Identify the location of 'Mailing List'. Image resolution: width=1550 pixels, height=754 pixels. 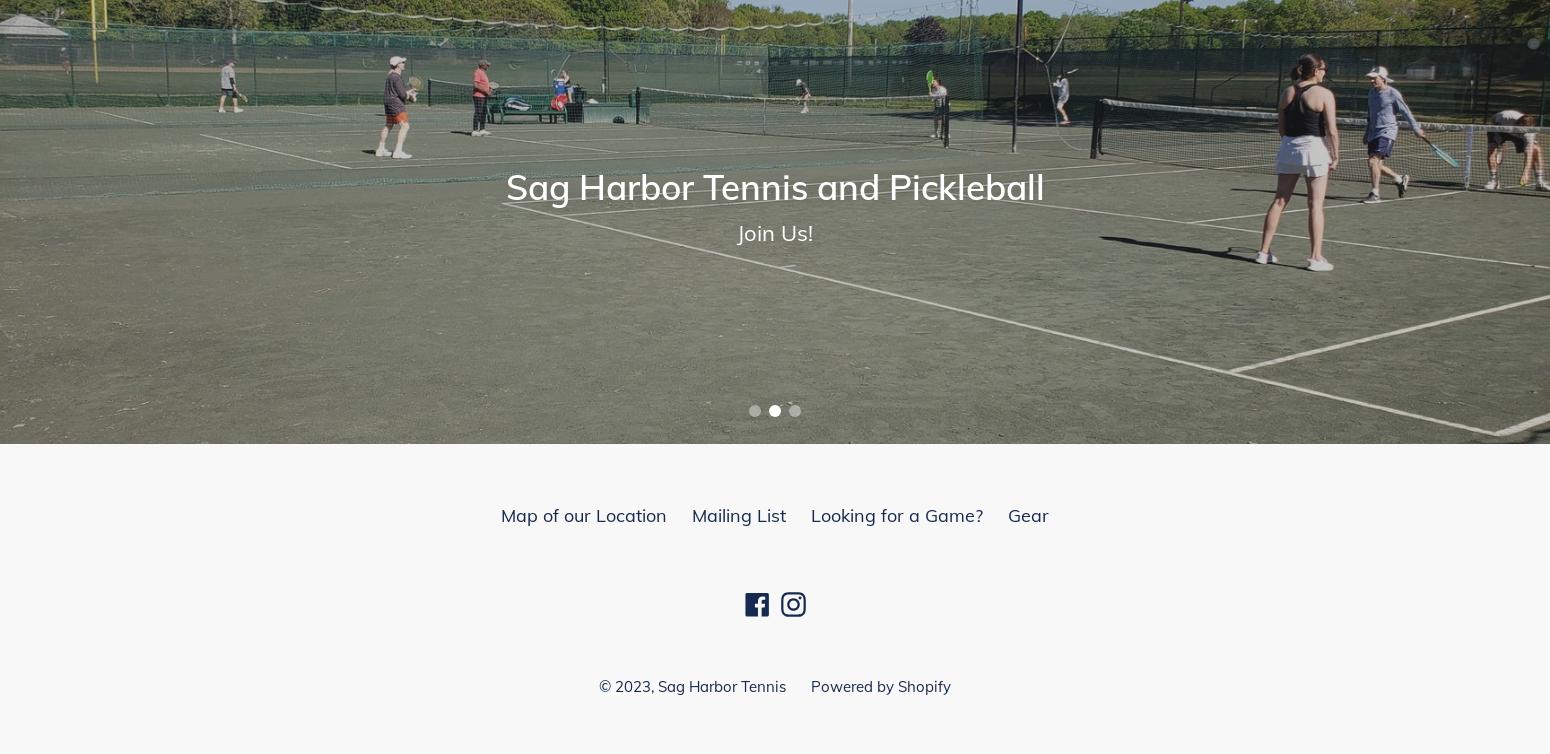
(739, 515).